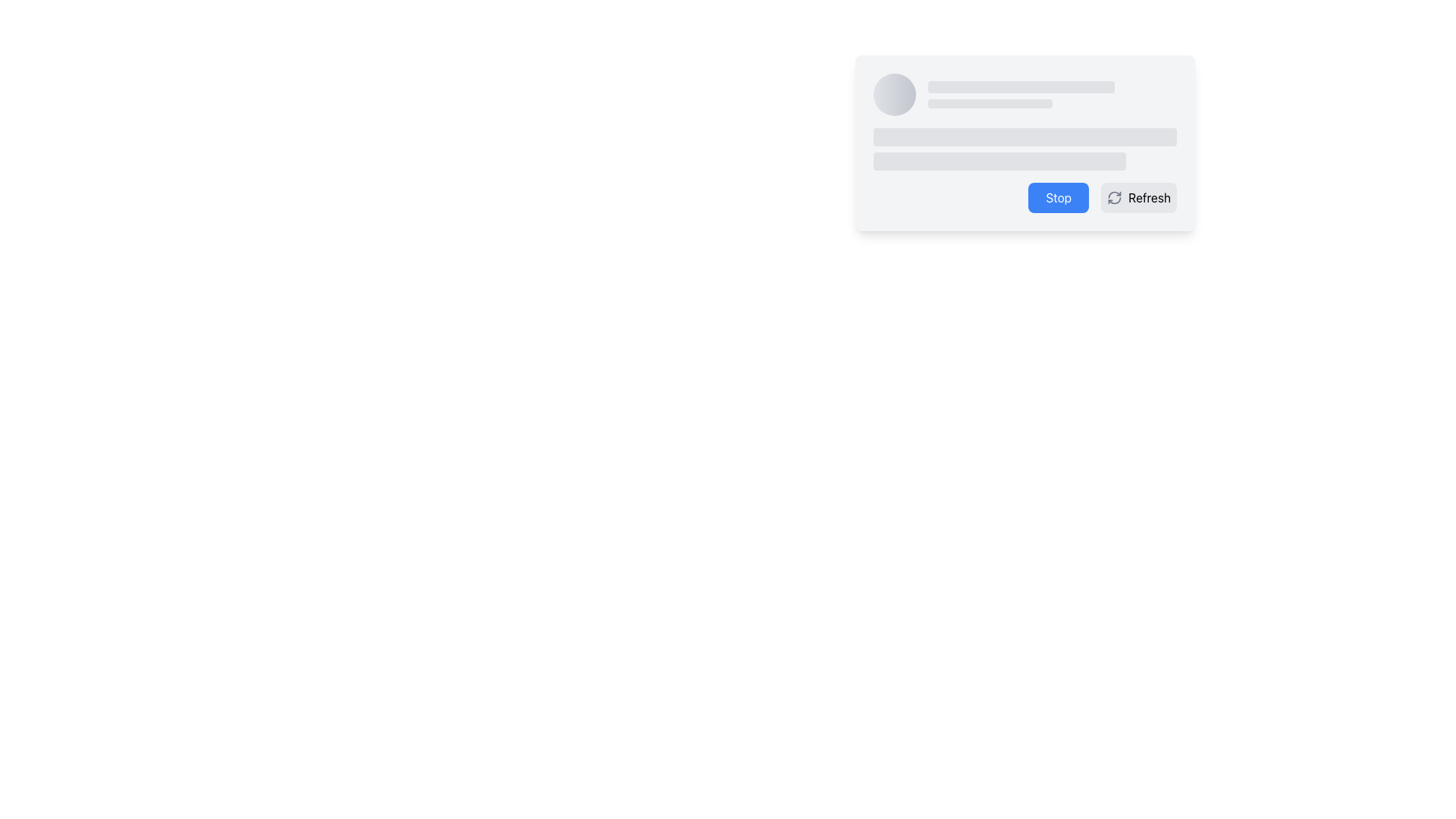 This screenshot has width=1456, height=819. I want to click on the upper-left segment of the refresh icon, which is part of a circular icon located next to the 'Refresh' button, so click(1115, 194).